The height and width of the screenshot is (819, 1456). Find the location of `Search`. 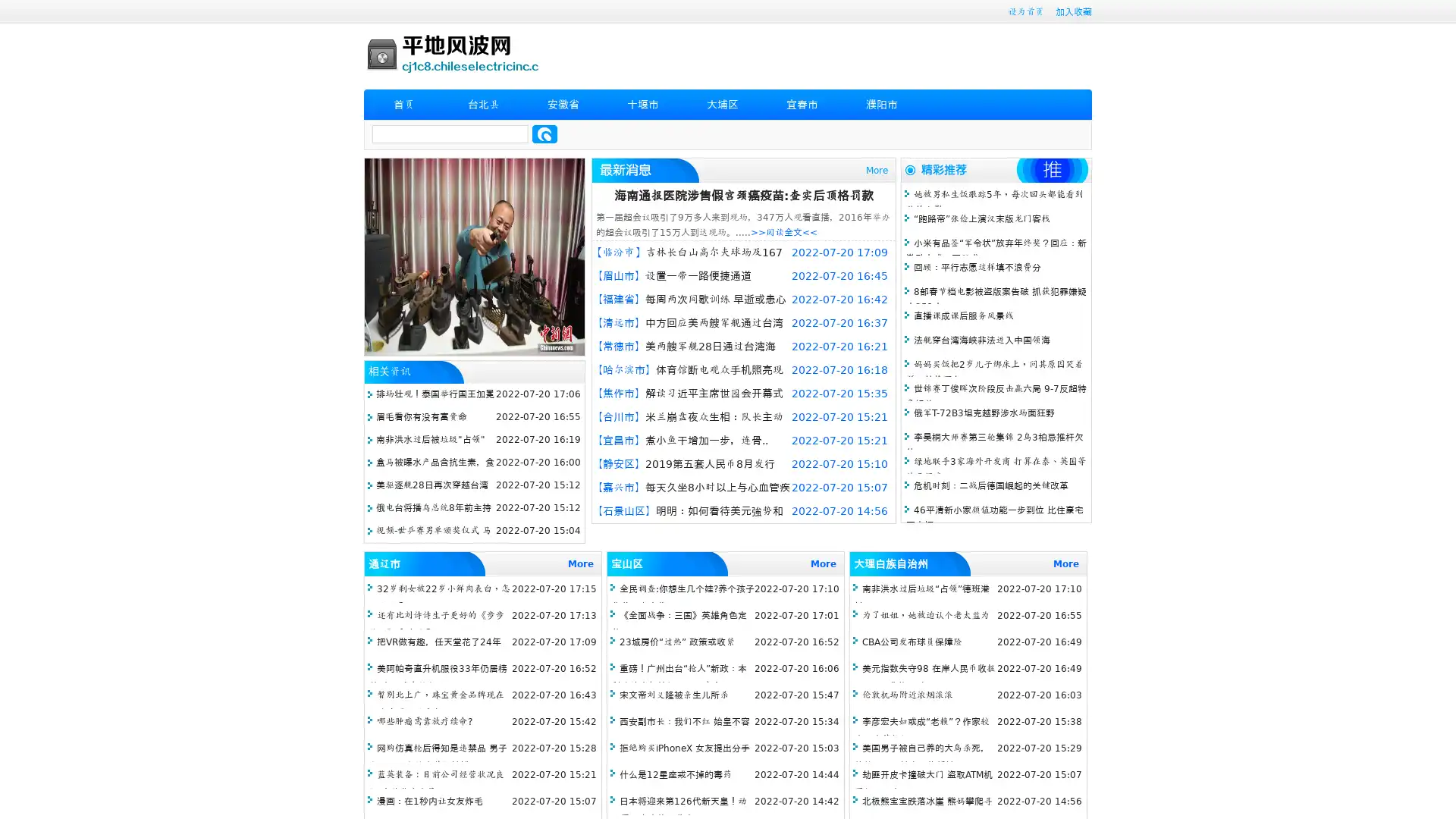

Search is located at coordinates (544, 133).